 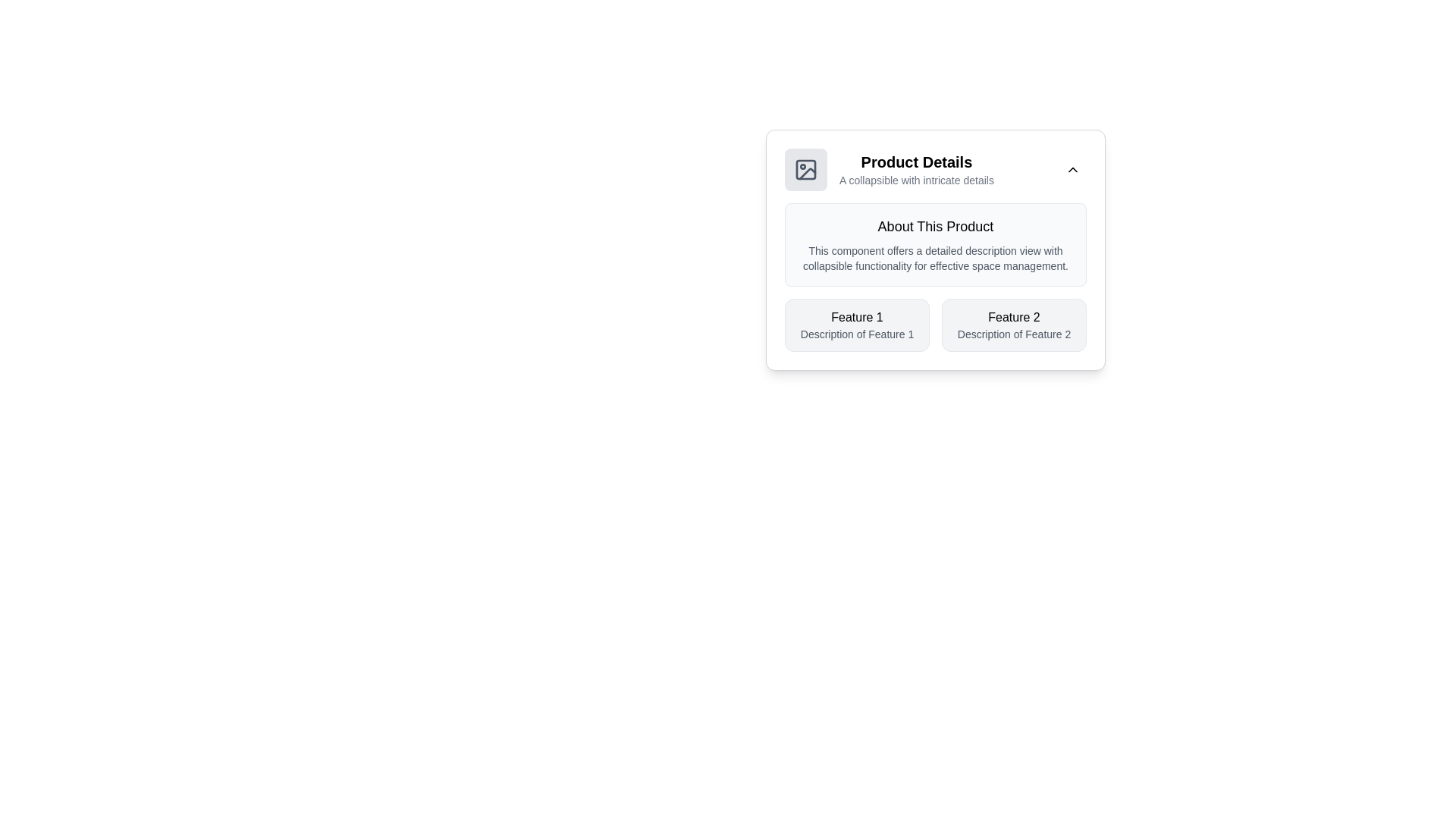 I want to click on the Card located in the first column below 'About This Product', adjacent to 'Feature 2', so click(x=857, y=324).